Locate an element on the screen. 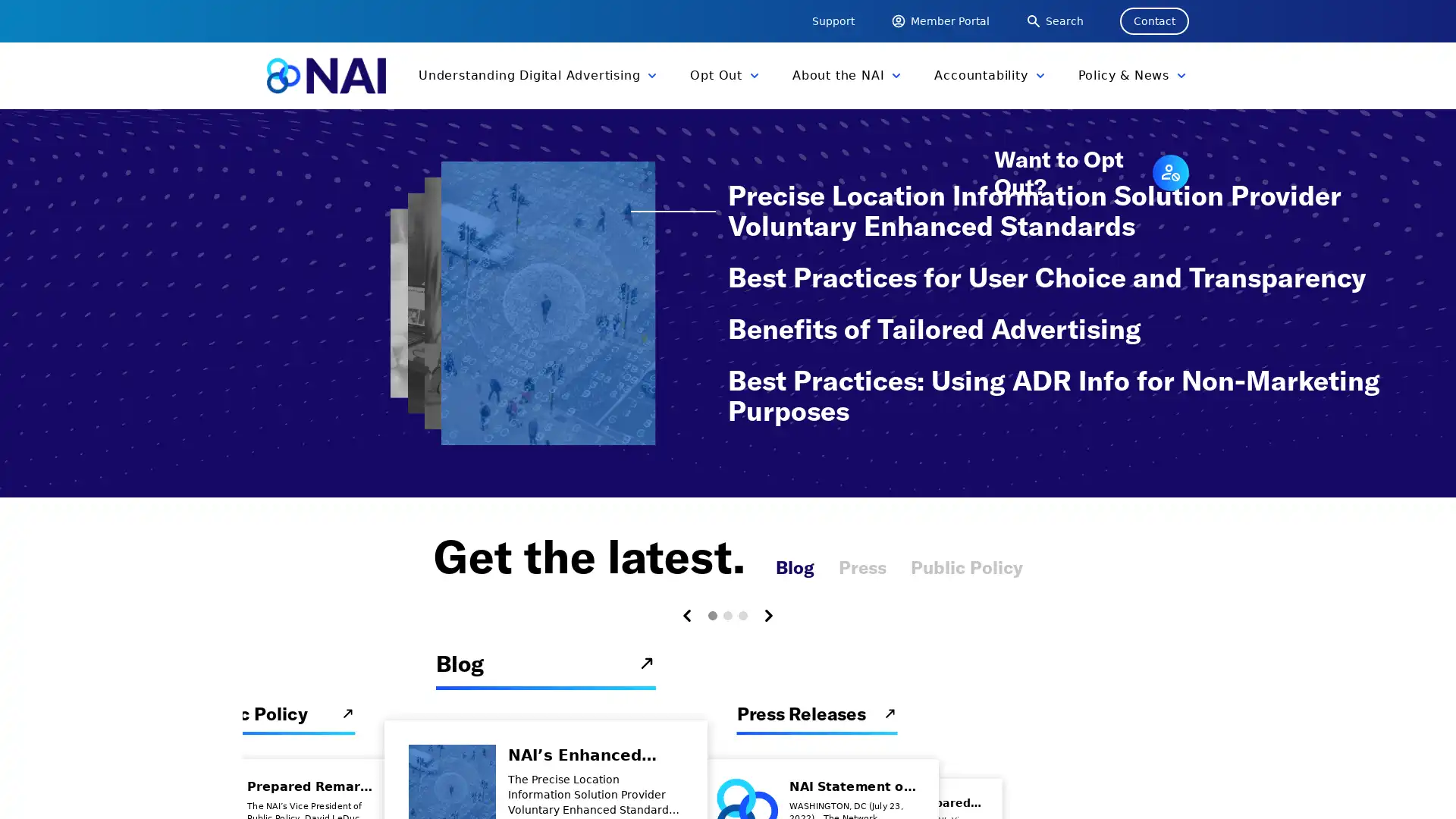  Blog is located at coordinates (793, 567).